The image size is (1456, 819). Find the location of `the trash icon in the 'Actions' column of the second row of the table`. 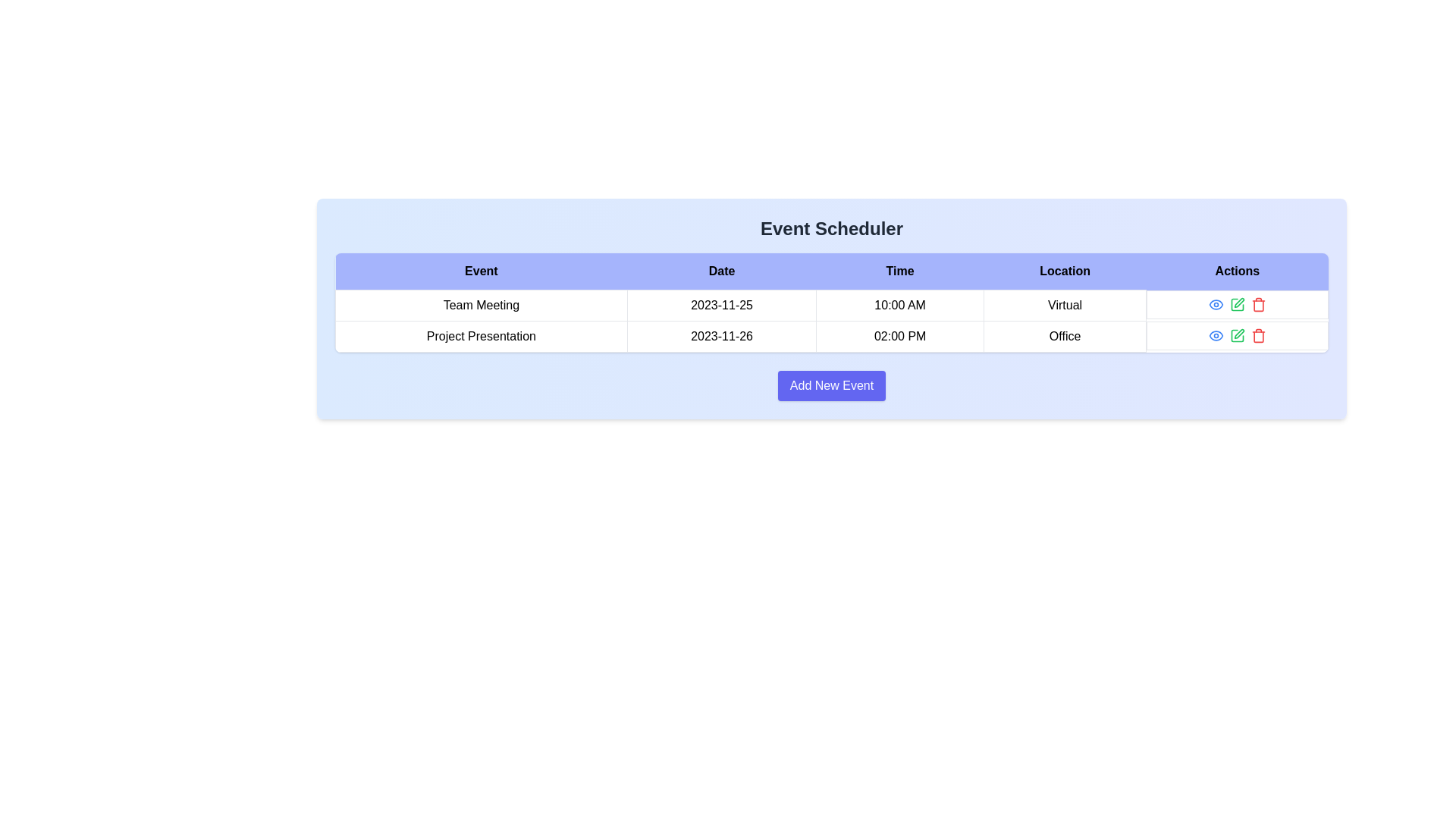

the trash icon in the 'Actions' column of the second row of the table is located at coordinates (1259, 335).